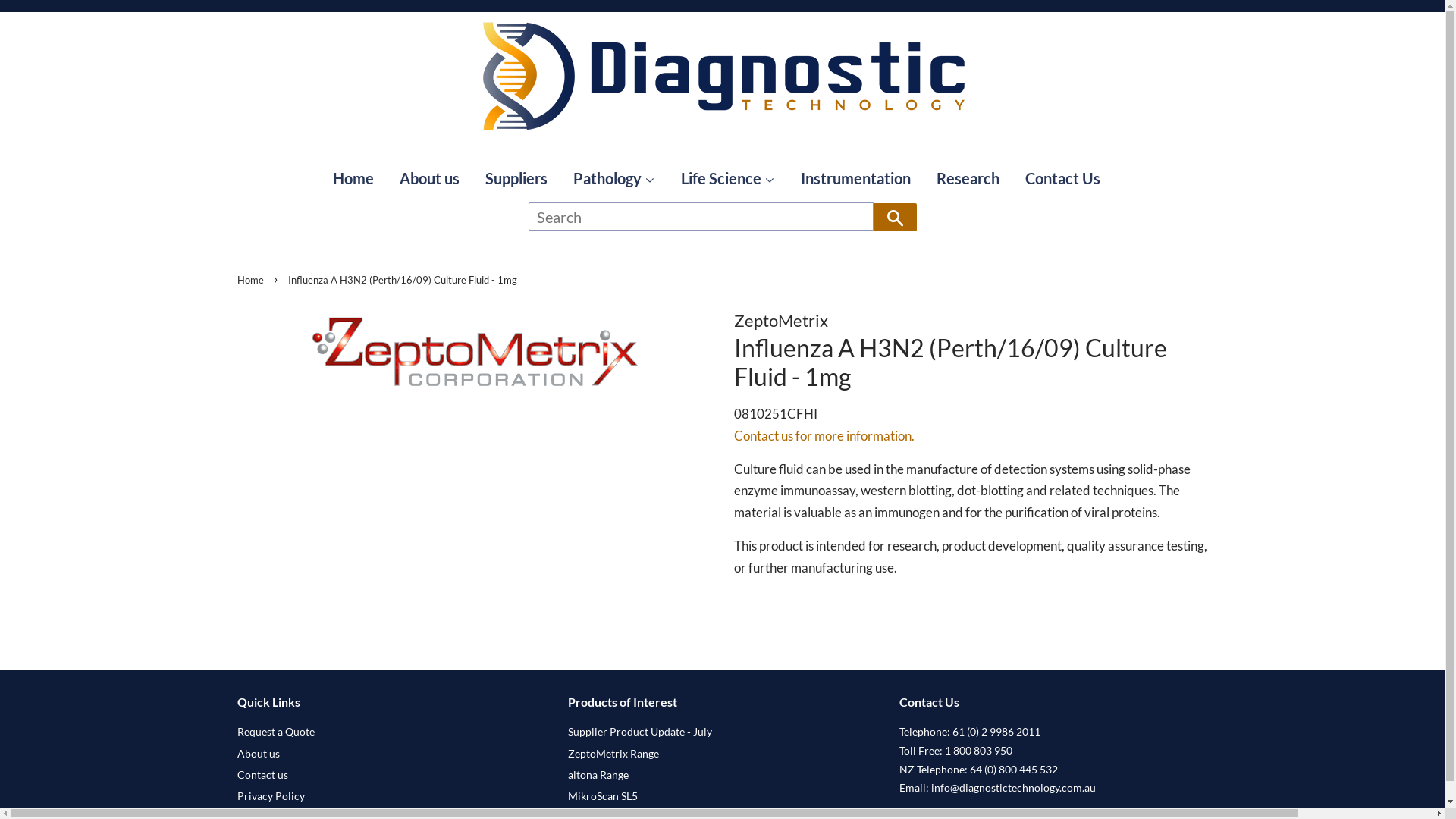 The width and height of the screenshot is (1456, 819). I want to click on 'About us', so click(236, 753).